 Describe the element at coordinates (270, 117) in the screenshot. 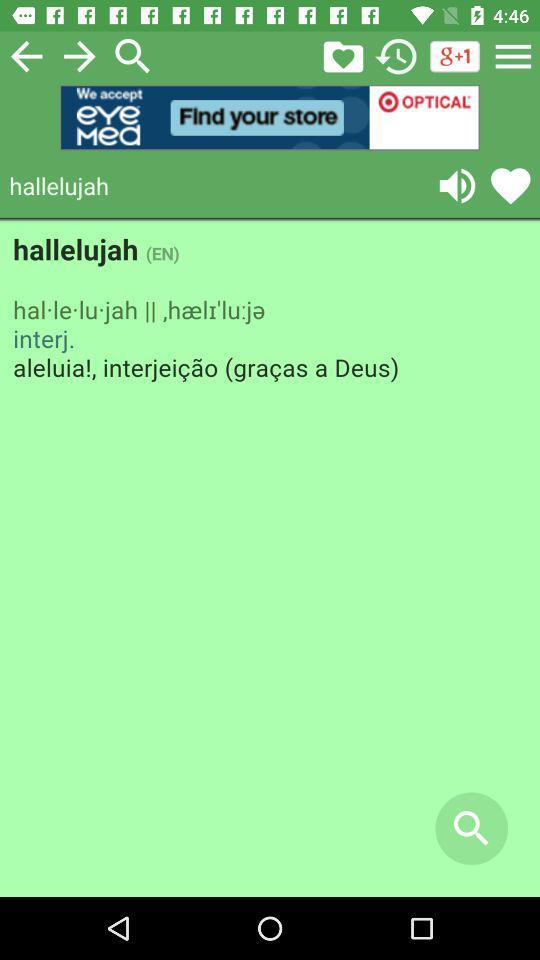

I see `the advertisement` at that location.